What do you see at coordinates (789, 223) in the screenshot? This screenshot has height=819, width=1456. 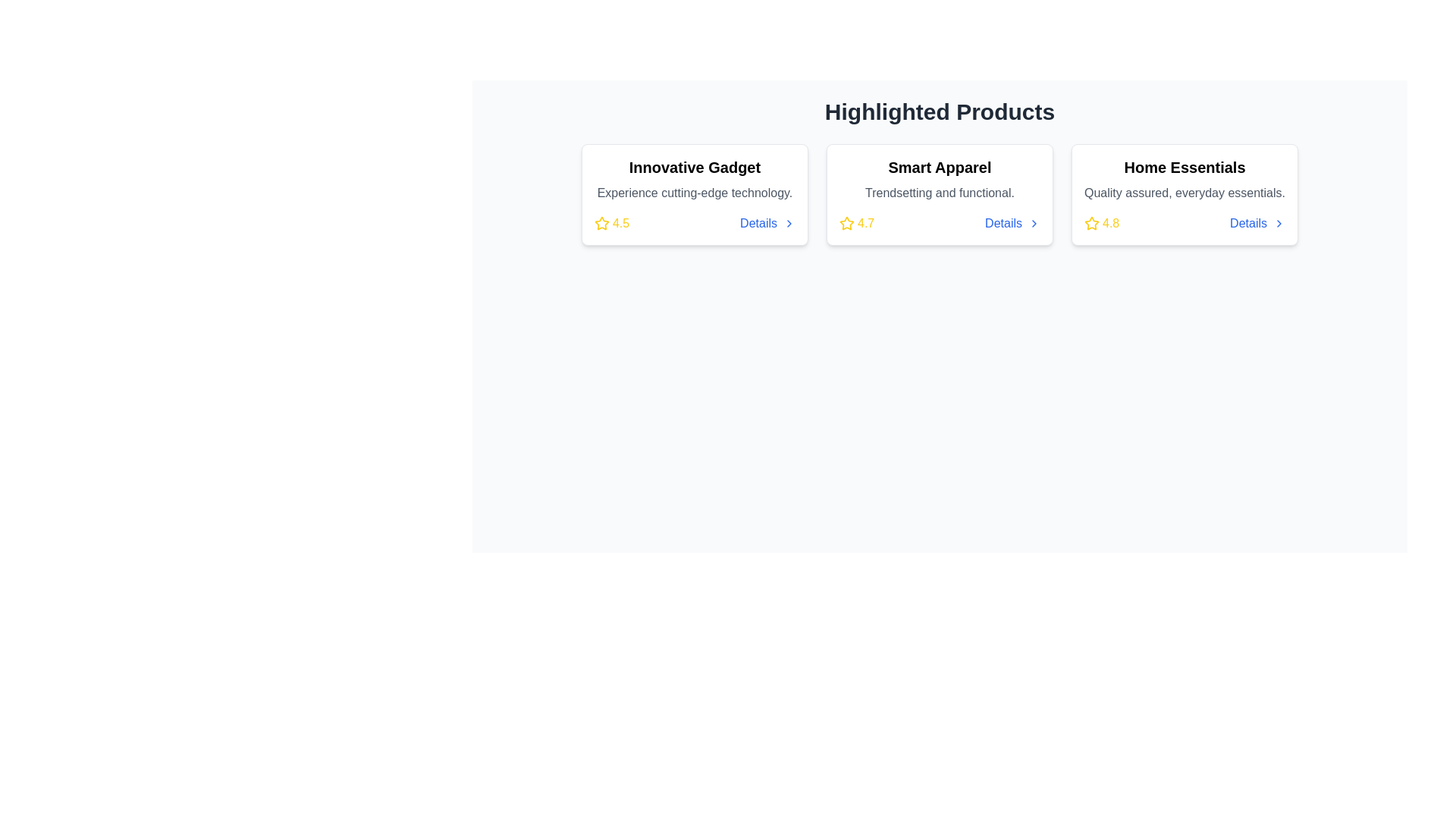 I see `the right-facing chevron icon located at the far right of the 'Details' link within the 'Innovative Gadget' card` at bounding box center [789, 223].